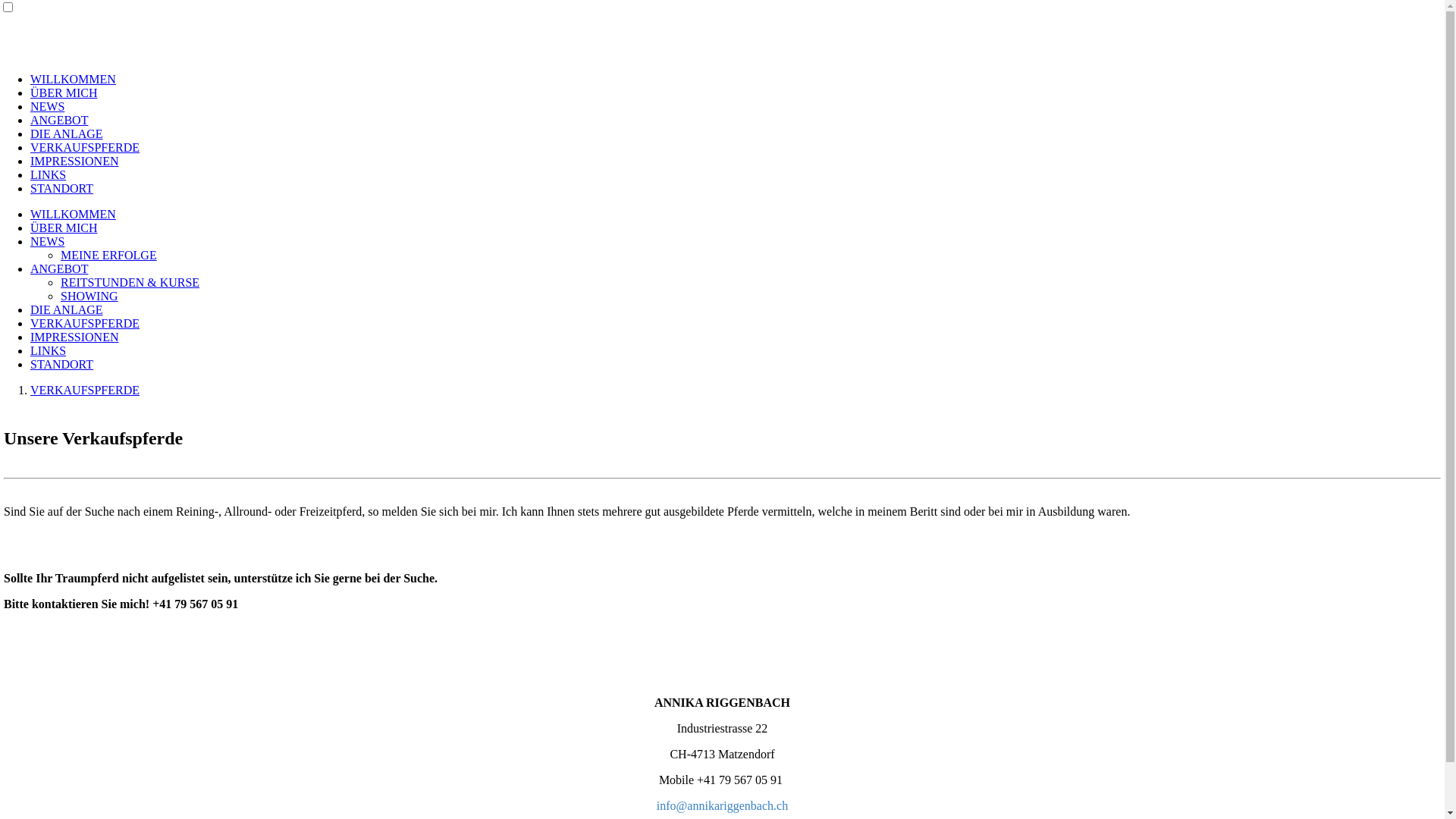 Image resolution: width=1456 pixels, height=819 pixels. I want to click on 'SHOWING', so click(89, 296).